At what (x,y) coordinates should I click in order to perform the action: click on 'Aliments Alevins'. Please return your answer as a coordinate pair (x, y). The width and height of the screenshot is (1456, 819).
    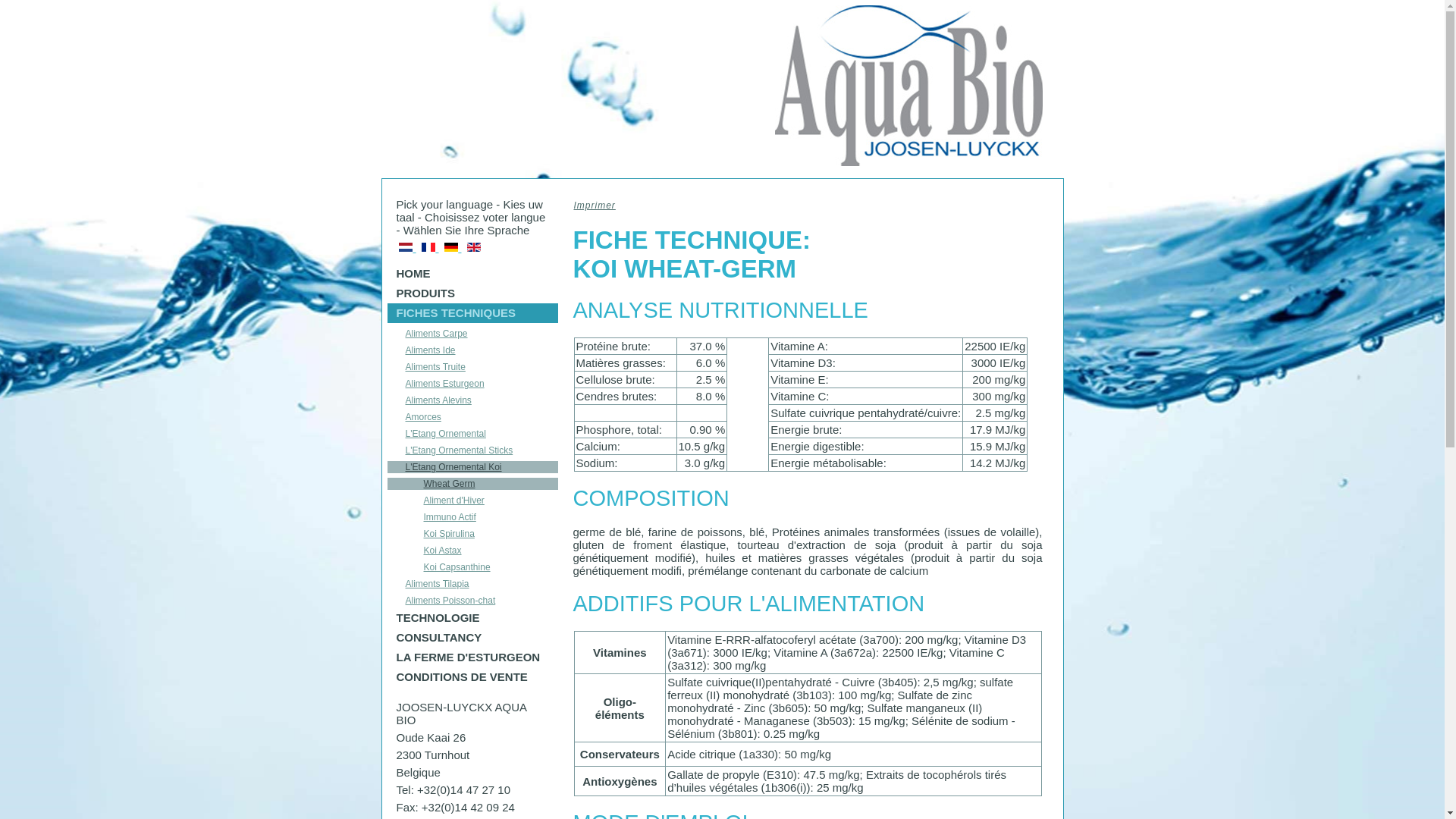
    Looking at the image, I should click on (471, 400).